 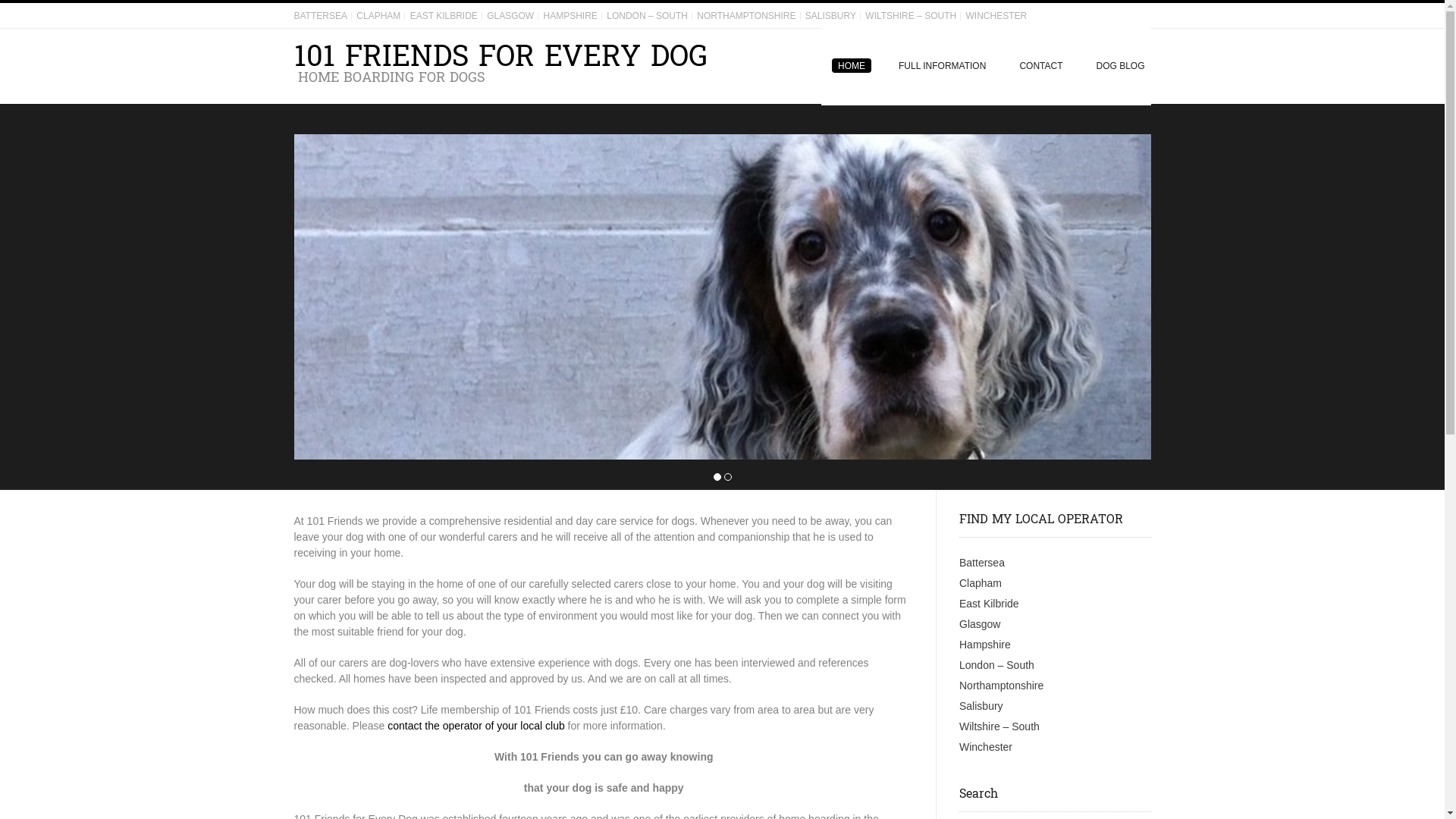 I want to click on 'CLAPHAM', so click(x=378, y=15).